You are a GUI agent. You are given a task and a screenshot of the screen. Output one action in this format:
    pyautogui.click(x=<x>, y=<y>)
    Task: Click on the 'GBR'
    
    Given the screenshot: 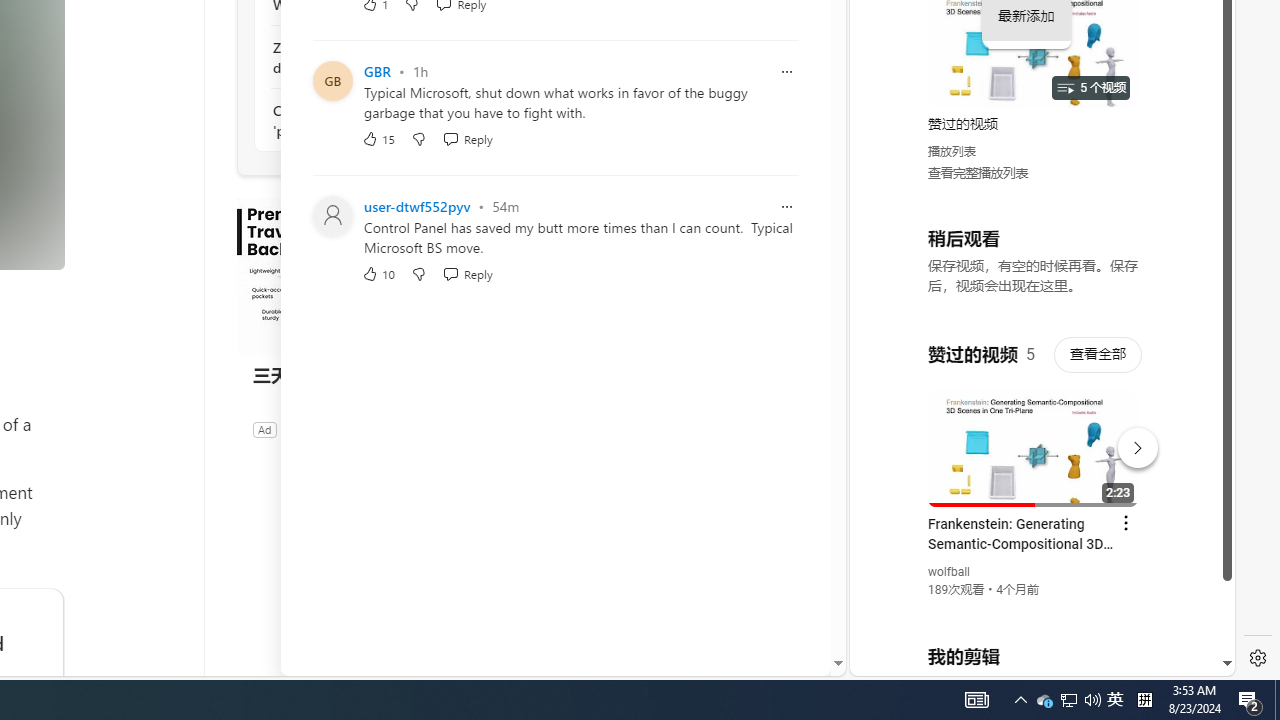 What is the action you would take?
    pyautogui.click(x=376, y=70)
    